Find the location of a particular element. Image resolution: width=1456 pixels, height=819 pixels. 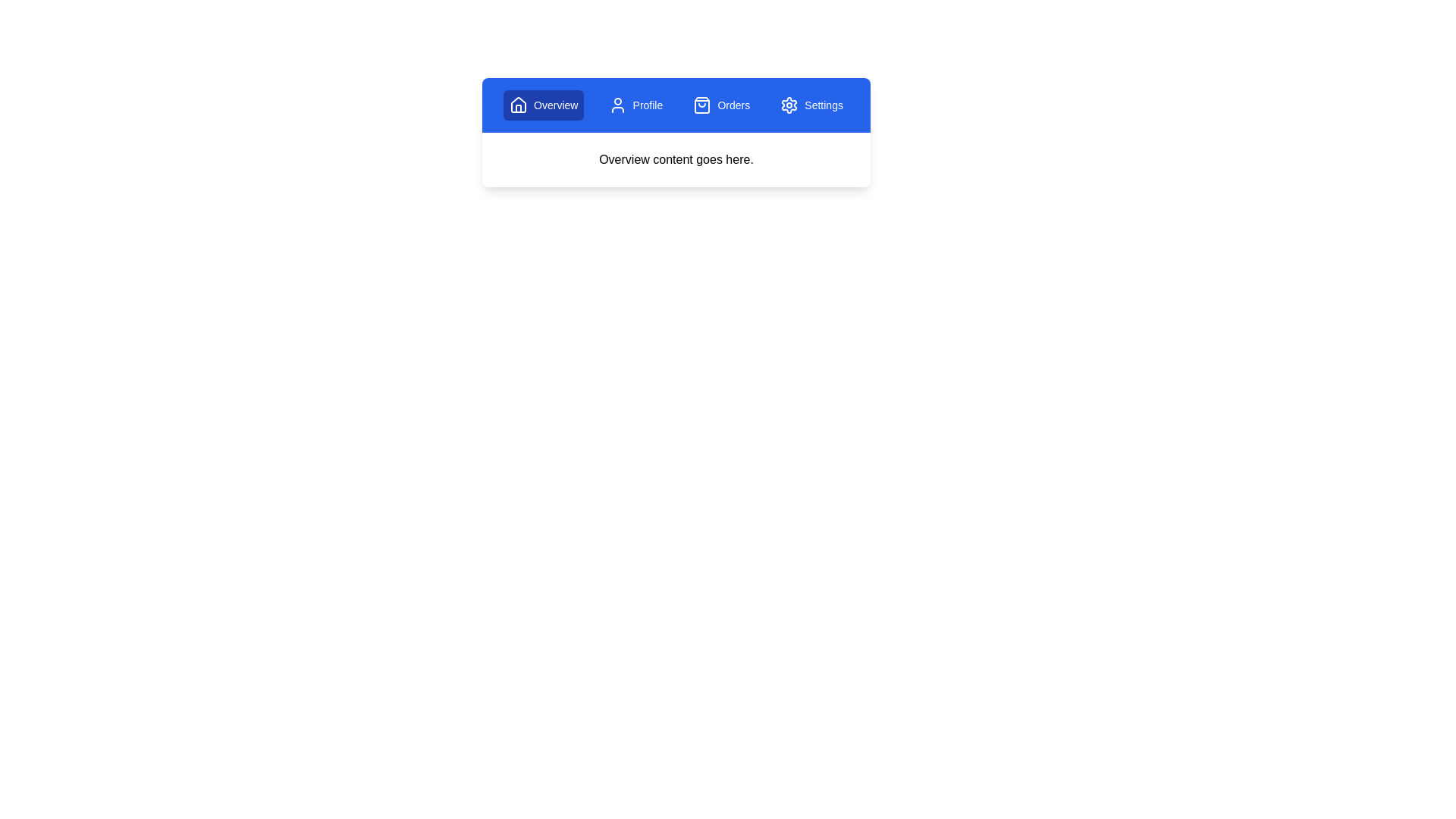

the user profile icon, which is the first icon to the left of the 'Profile' text label is located at coordinates (617, 104).